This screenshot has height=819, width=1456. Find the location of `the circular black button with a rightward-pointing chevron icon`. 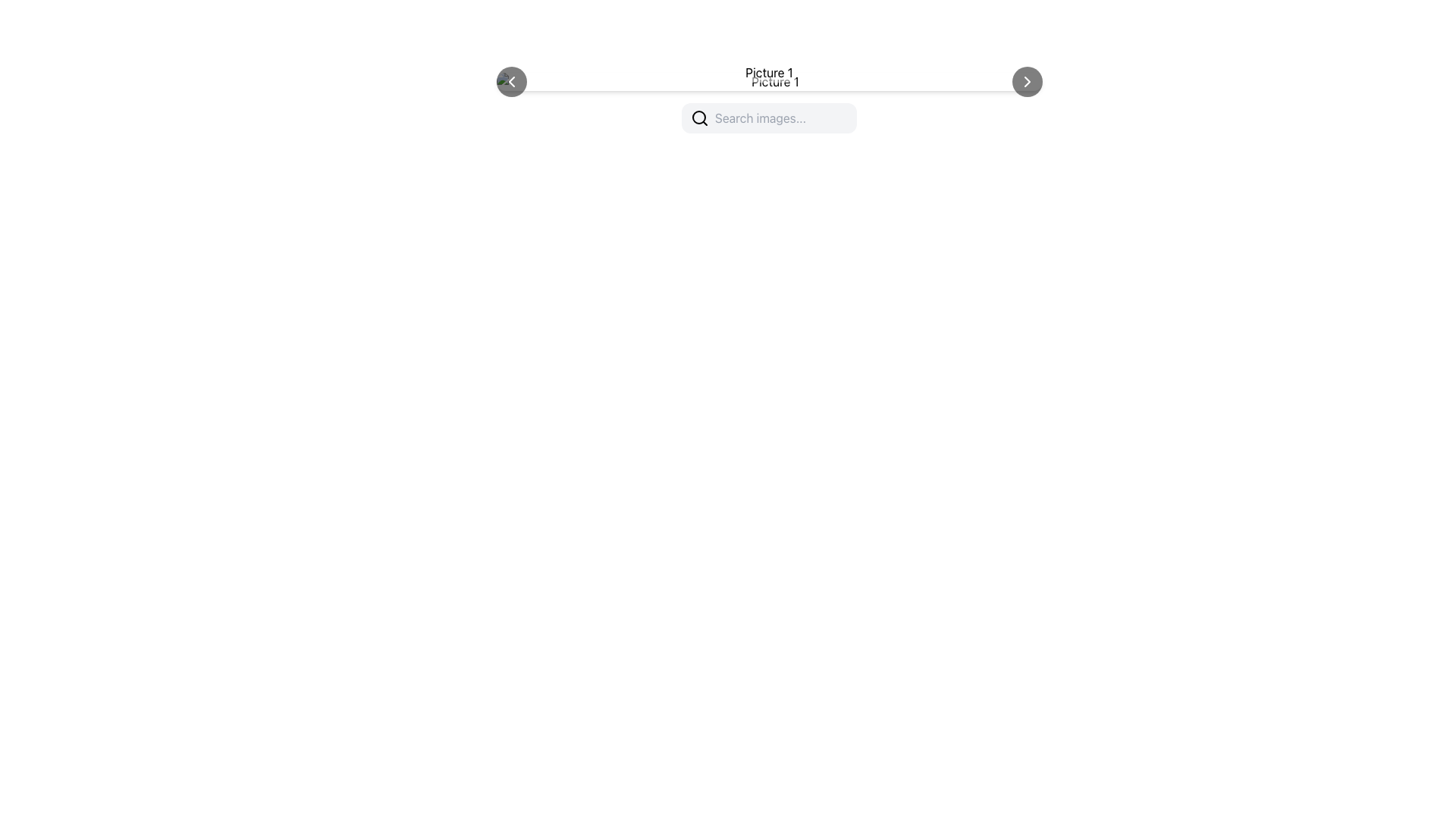

the circular black button with a rightward-pointing chevron icon is located at coordinates (1027, 82).